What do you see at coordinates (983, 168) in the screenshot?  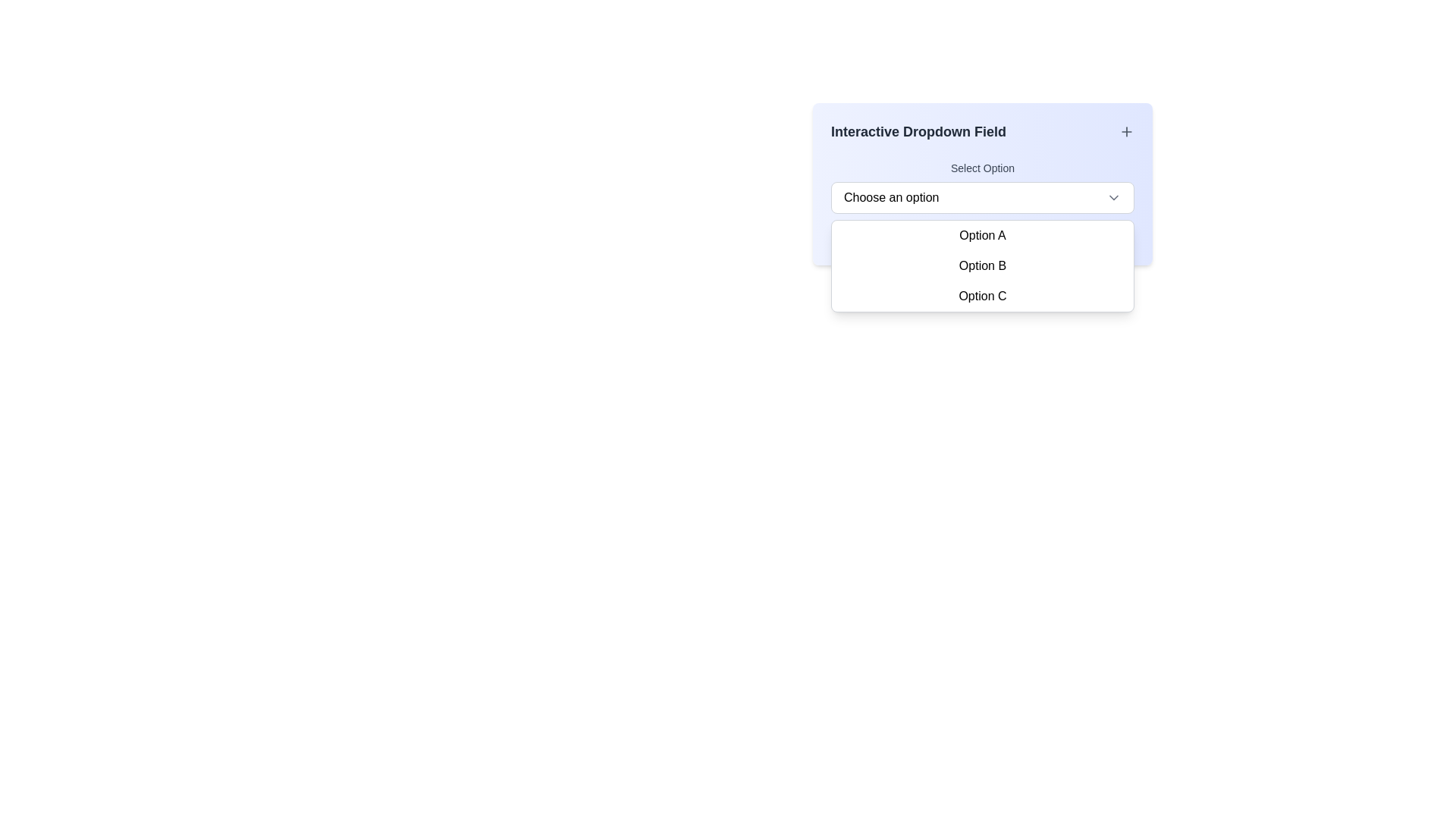 I see `the 'Select Option' text label, which is styled in gray and positioned above the dropdown menu` at bounding box center [983, 168].